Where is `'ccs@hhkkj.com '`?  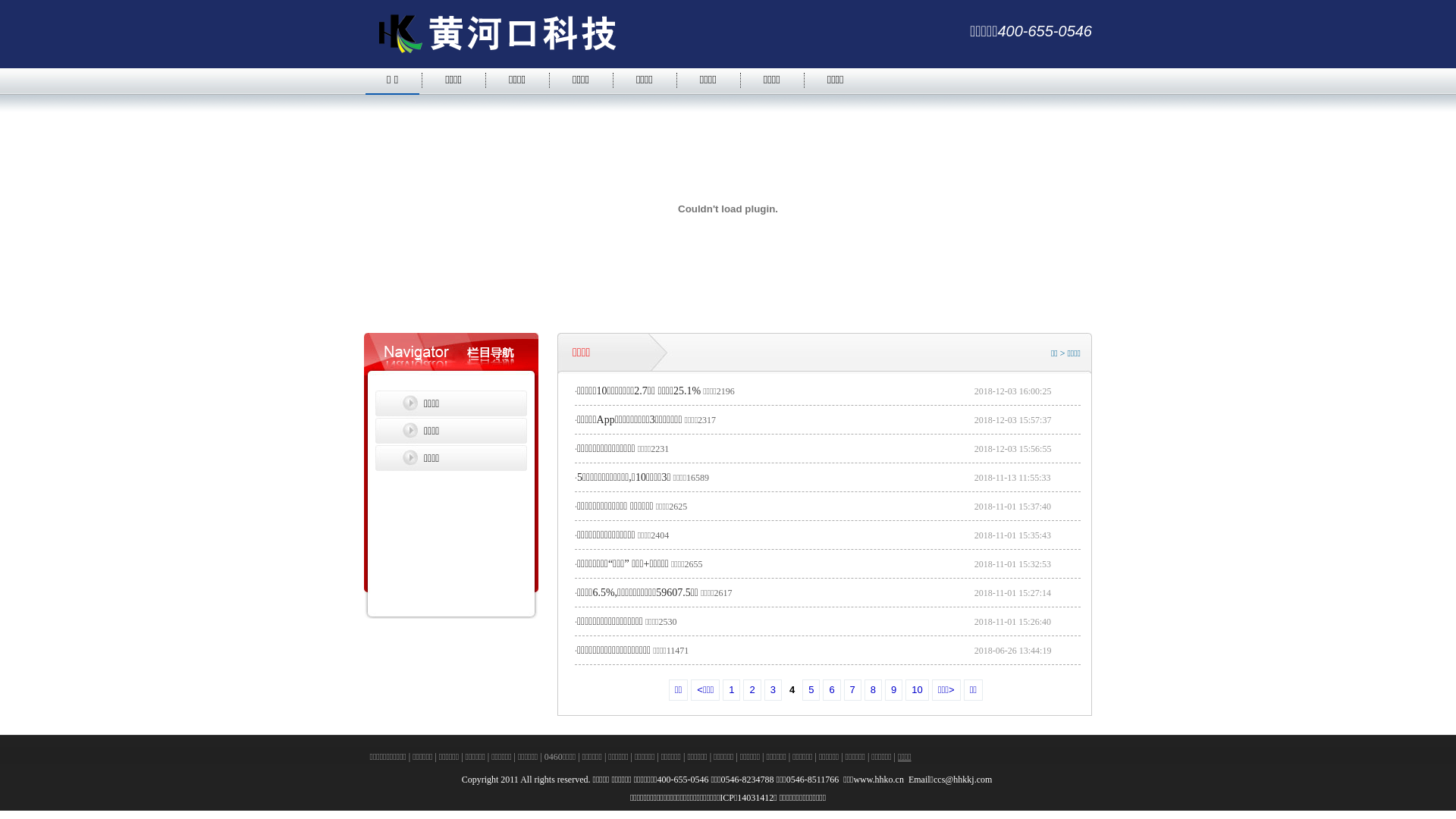
'ccs@hhkkj.com ' is located at coordinates (963, 780).